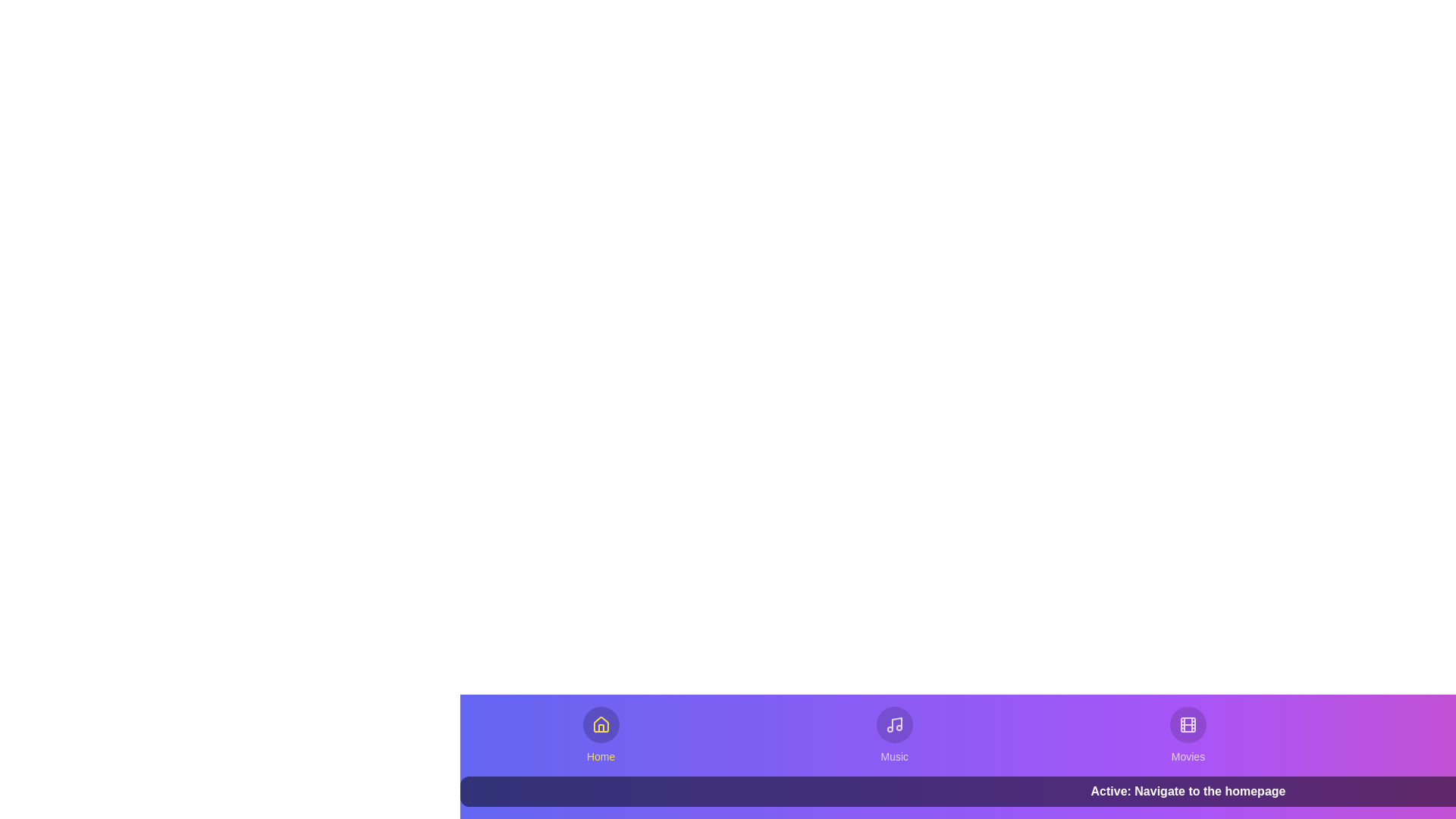 The height and width of the screenshot is (819, 1456). Describe the element at coordinates (894, 734) in the screenshot. I see `the Music tab from the bottom navigation bar` at that location.